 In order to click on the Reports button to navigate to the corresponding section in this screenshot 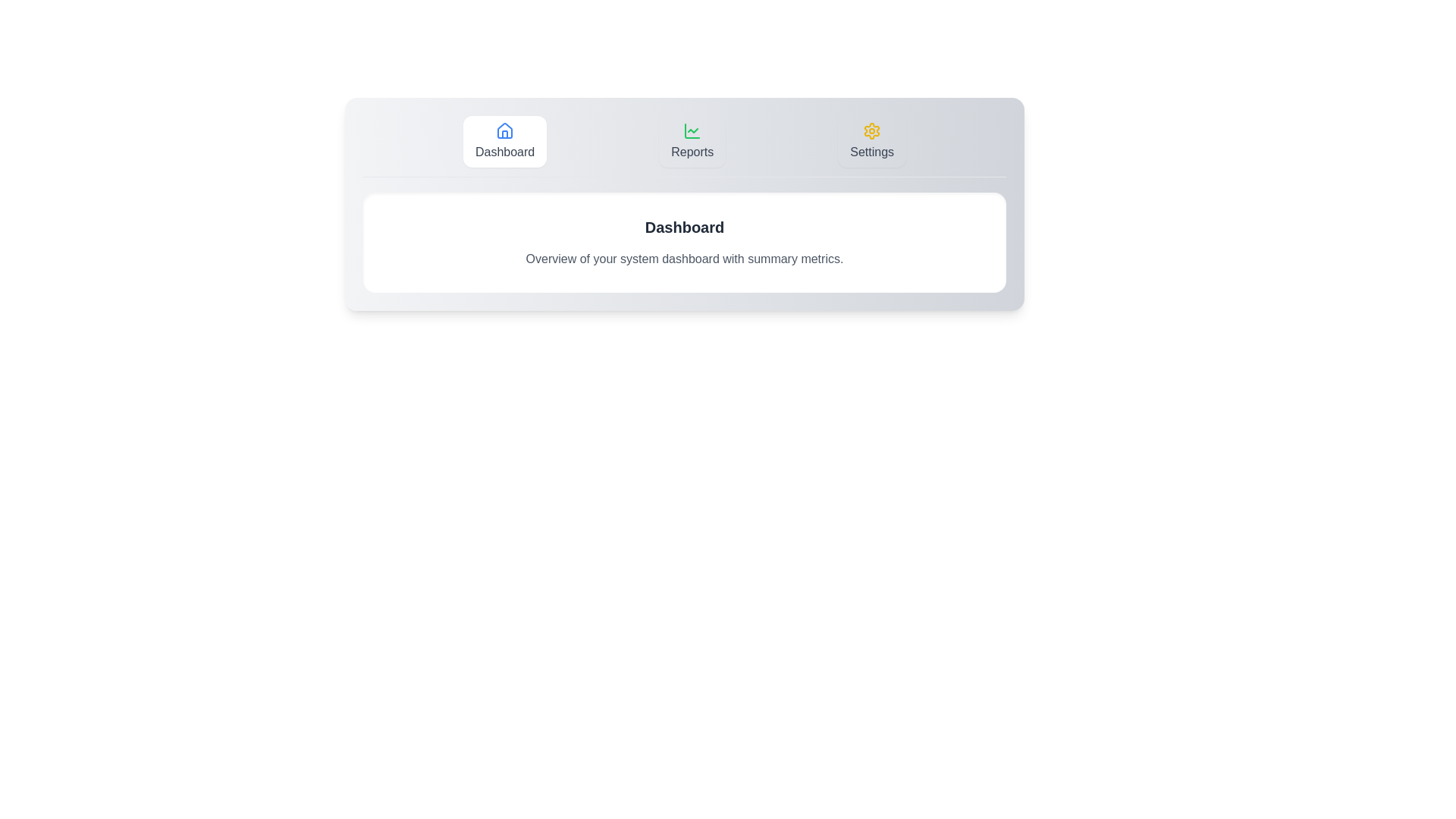, I will do `click(691, 141)`.